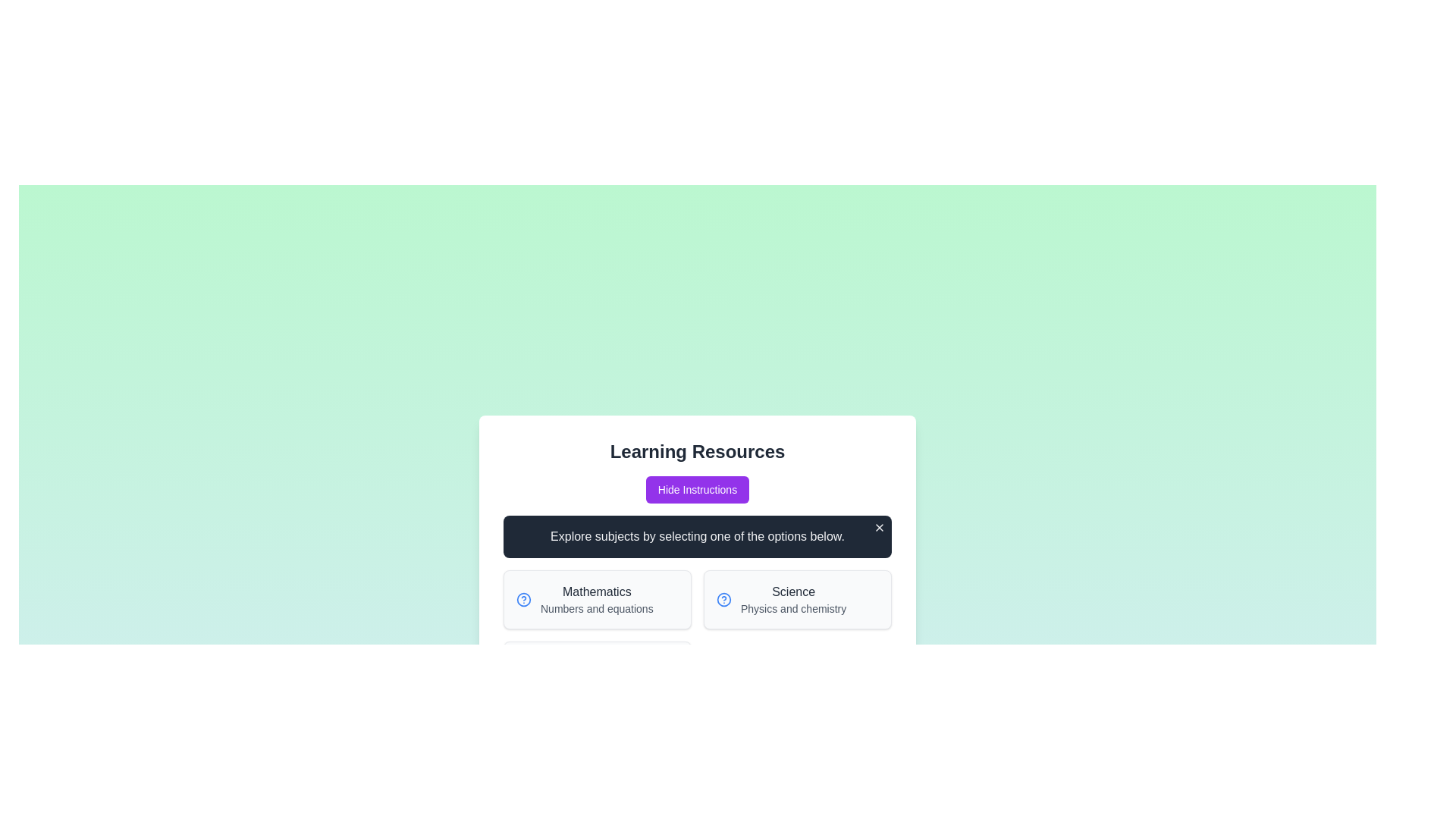 This screenshot has height=819, width=1456. Describe the element at coordinates (792, 607) in the screenshot. I see `the descriptive text element located below the 'Science' category in the bottom-right section of the main area containing learning resources` at that location.